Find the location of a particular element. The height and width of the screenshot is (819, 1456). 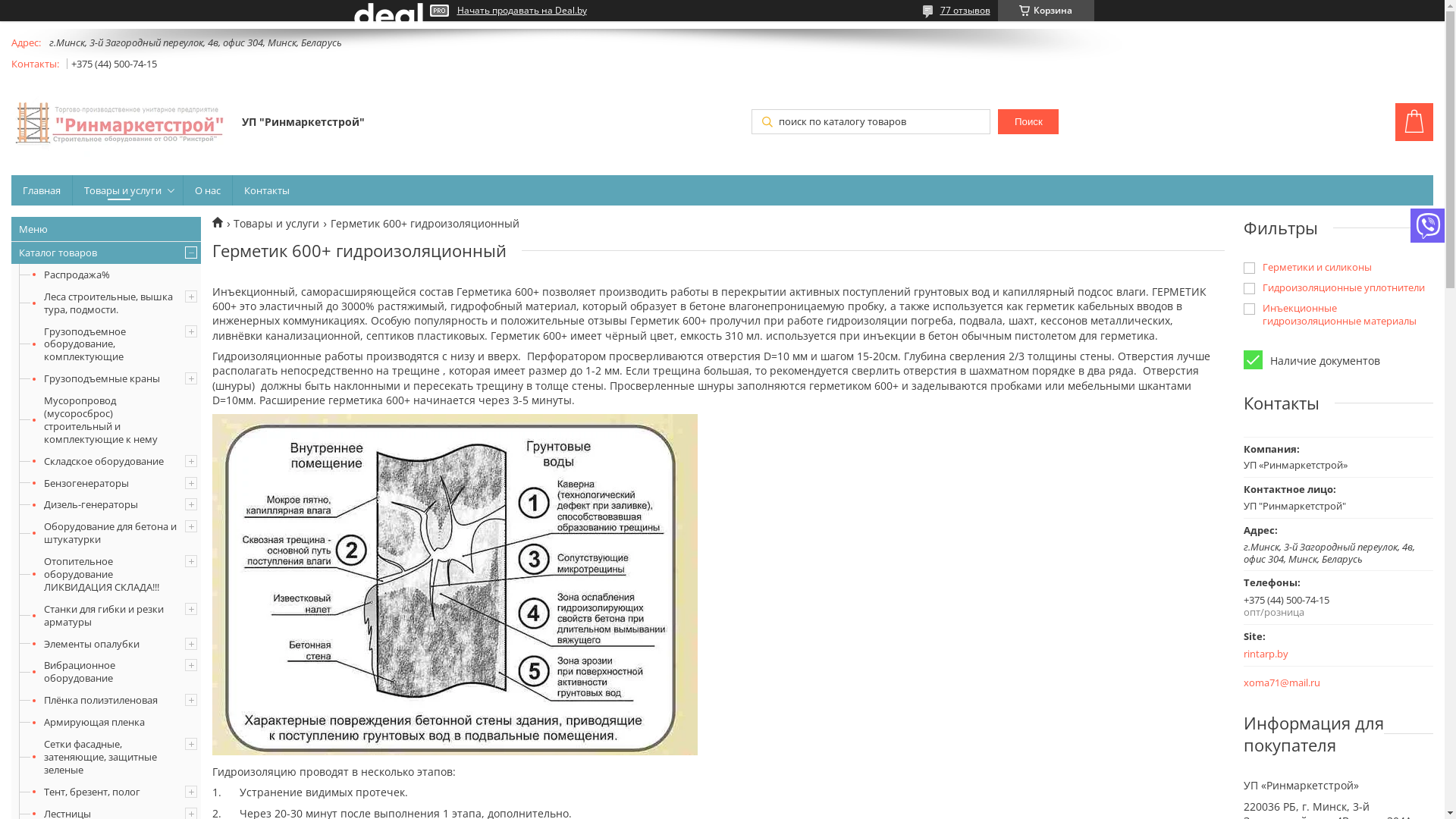

'xoma71@mail.ru' is located at coordinates (1281, 682).